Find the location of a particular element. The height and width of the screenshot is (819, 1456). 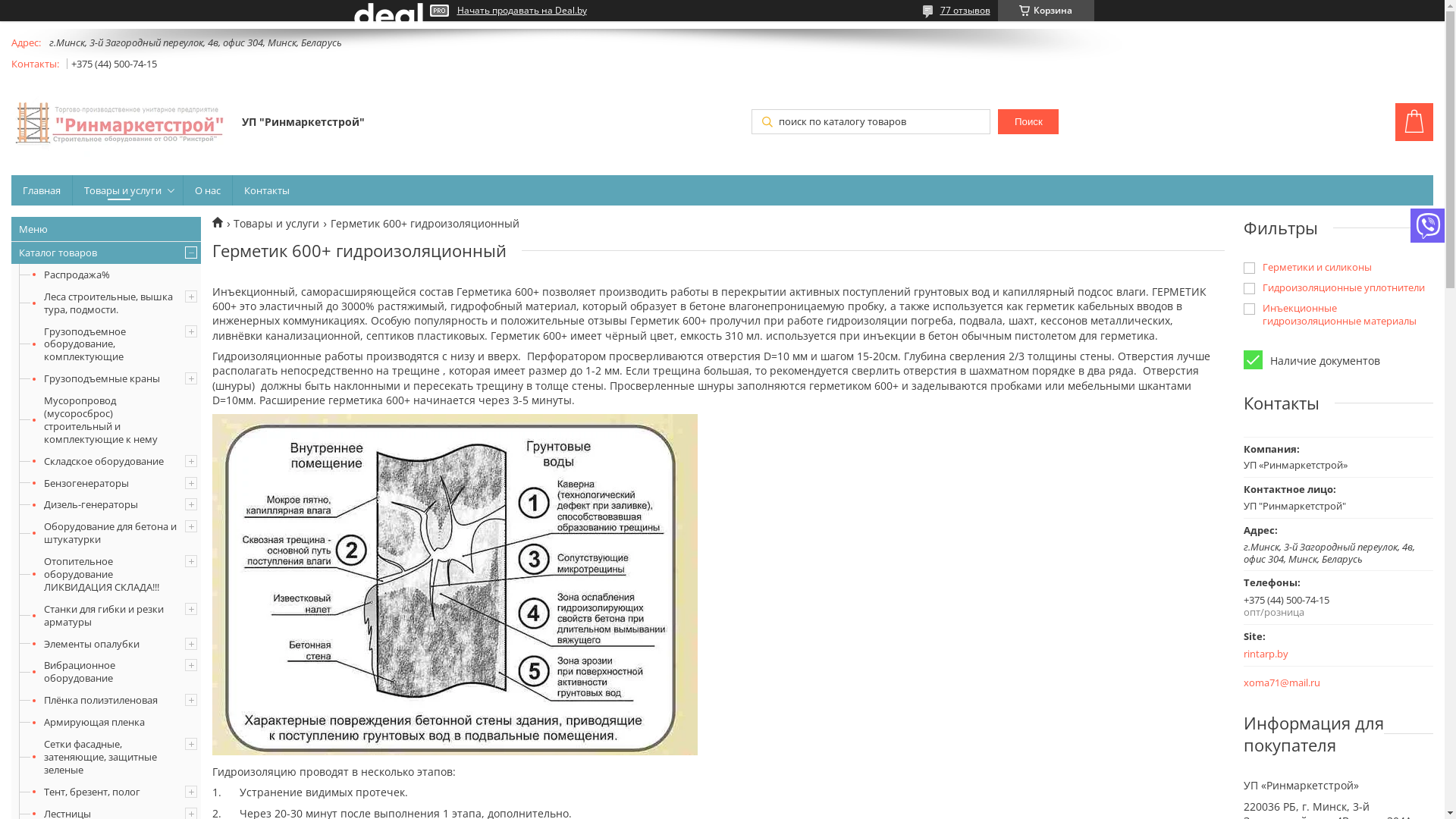

'xoma71@mail.ru' is located at coordinates (1281, 682).